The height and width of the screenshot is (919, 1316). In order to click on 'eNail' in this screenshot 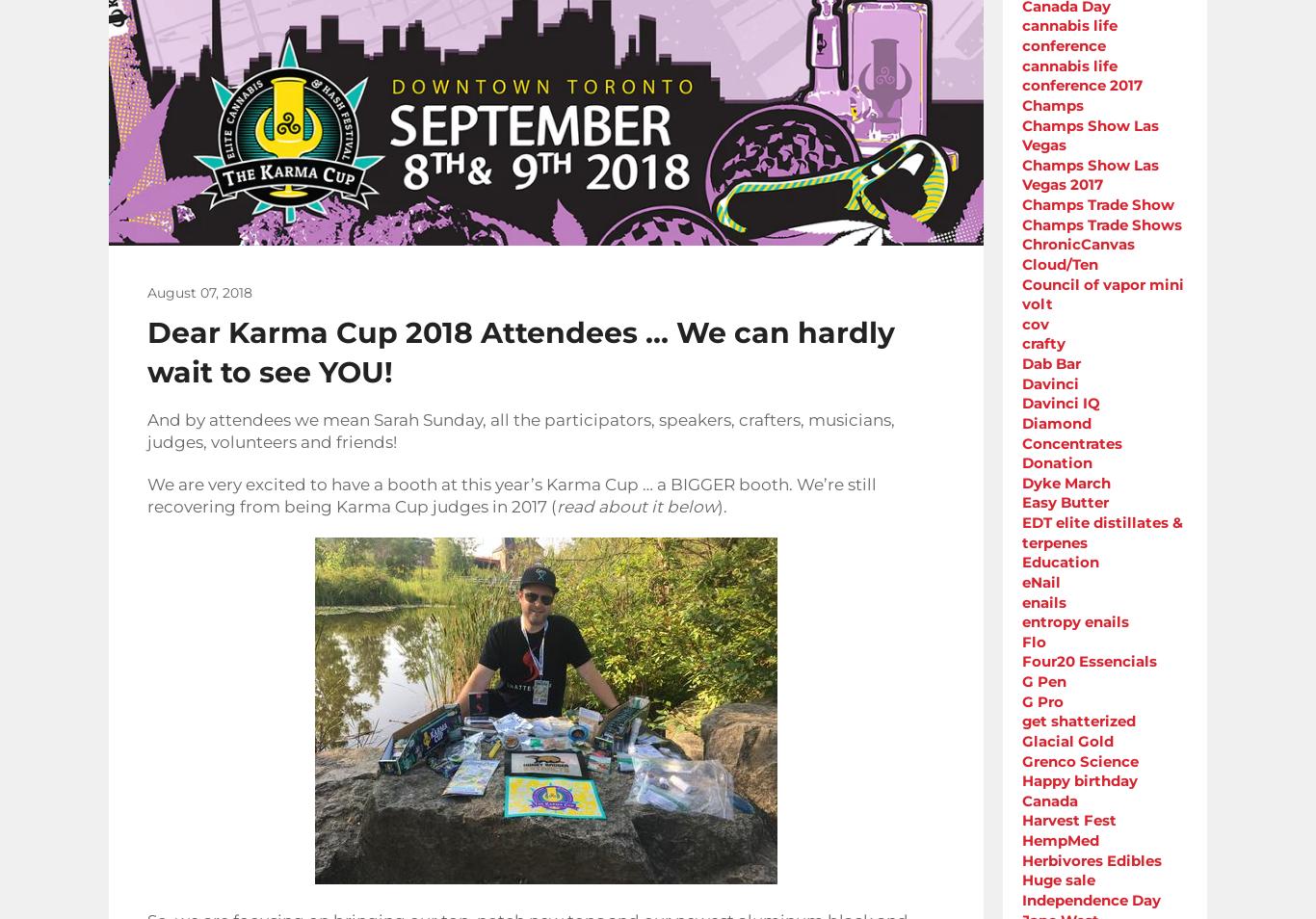, I will do `click(1040, 580)`.